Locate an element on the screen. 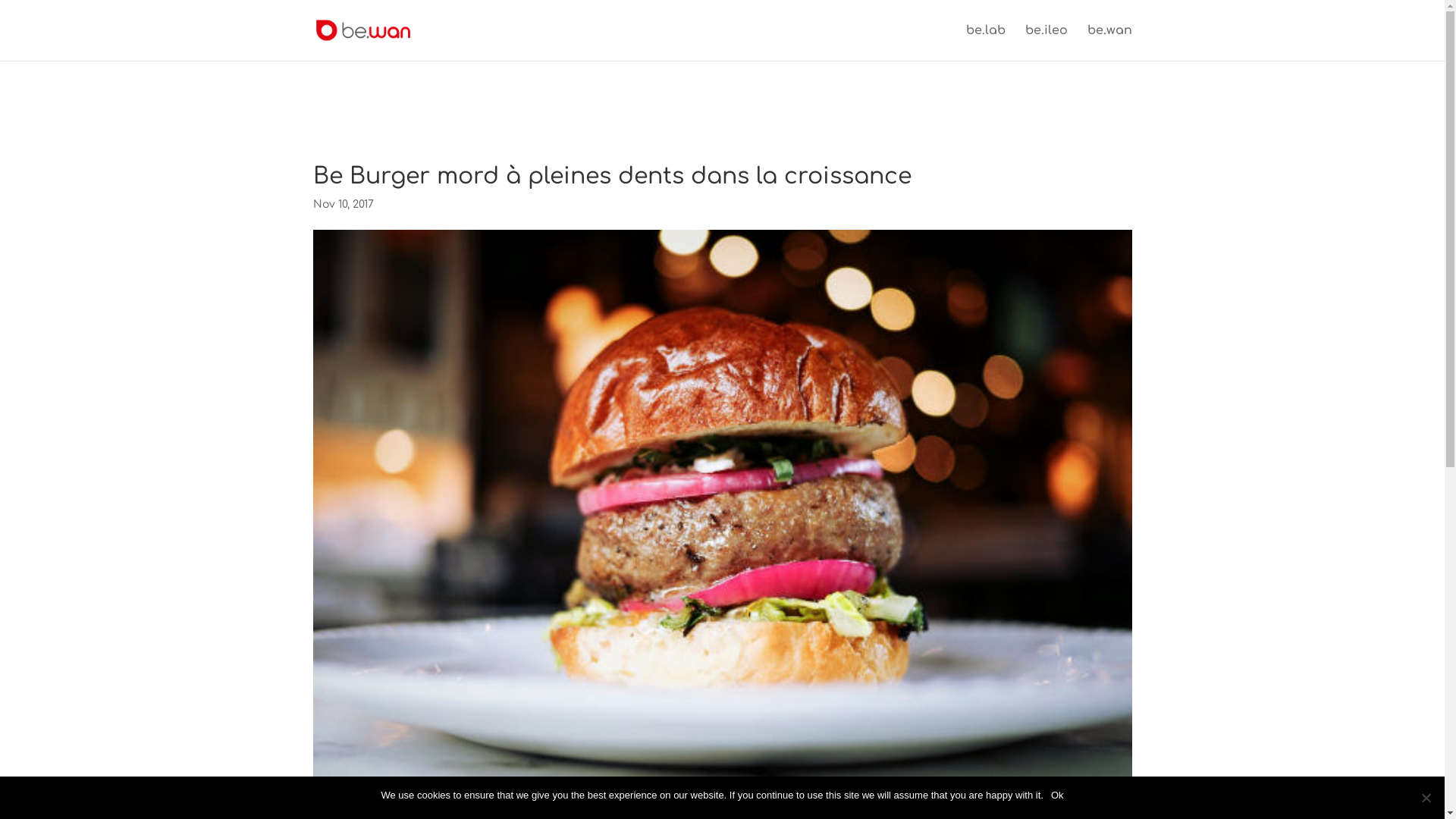 The height and width of the screenshot is (819, 1456). 'be.lab' is located at coordinates (986, 42).